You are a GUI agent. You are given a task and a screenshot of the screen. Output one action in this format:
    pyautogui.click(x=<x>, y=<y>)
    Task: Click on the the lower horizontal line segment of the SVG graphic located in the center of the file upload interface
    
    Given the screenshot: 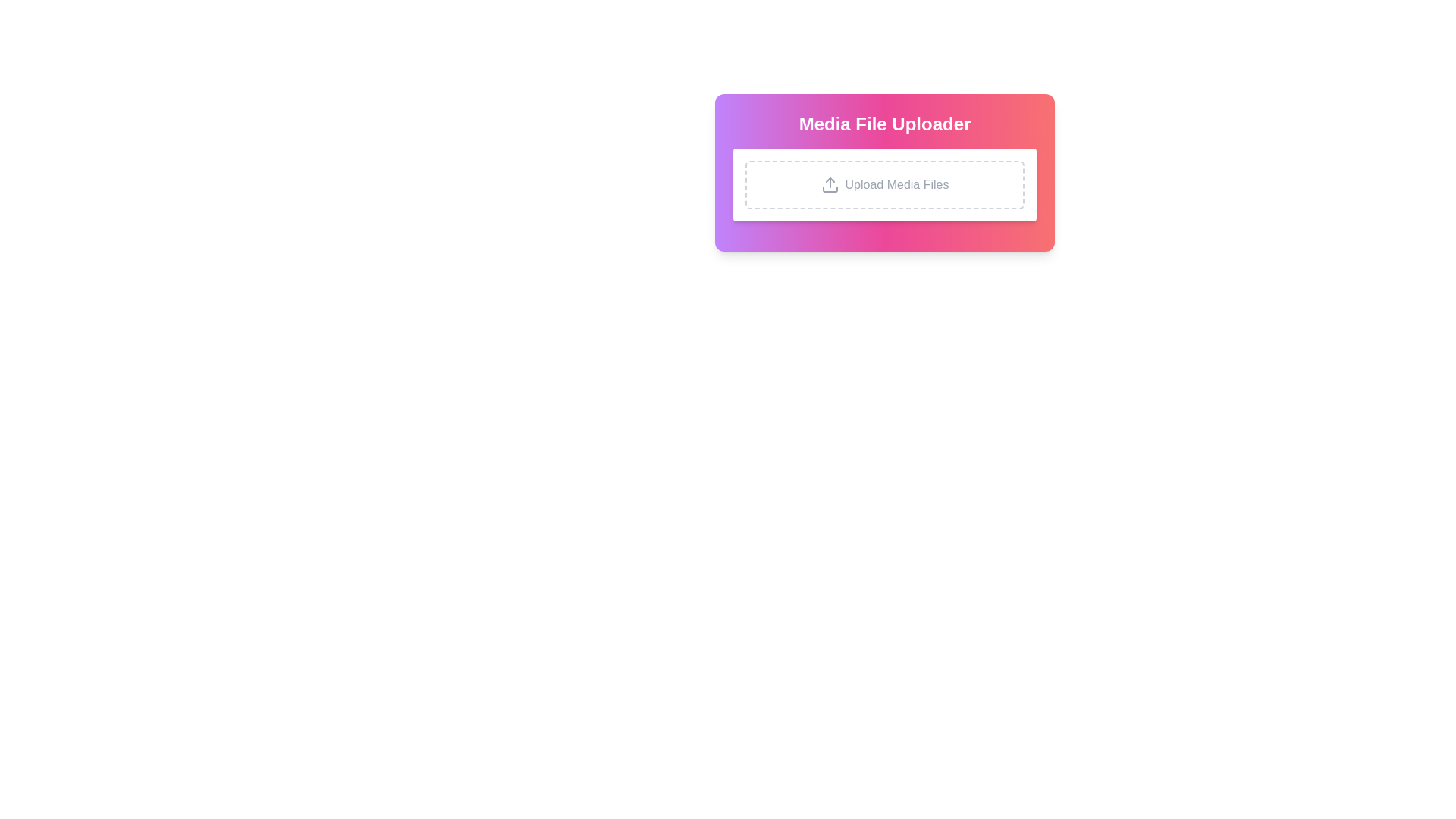 What is the action you would take?
    pyautogui.click(x=829, y=189)
    